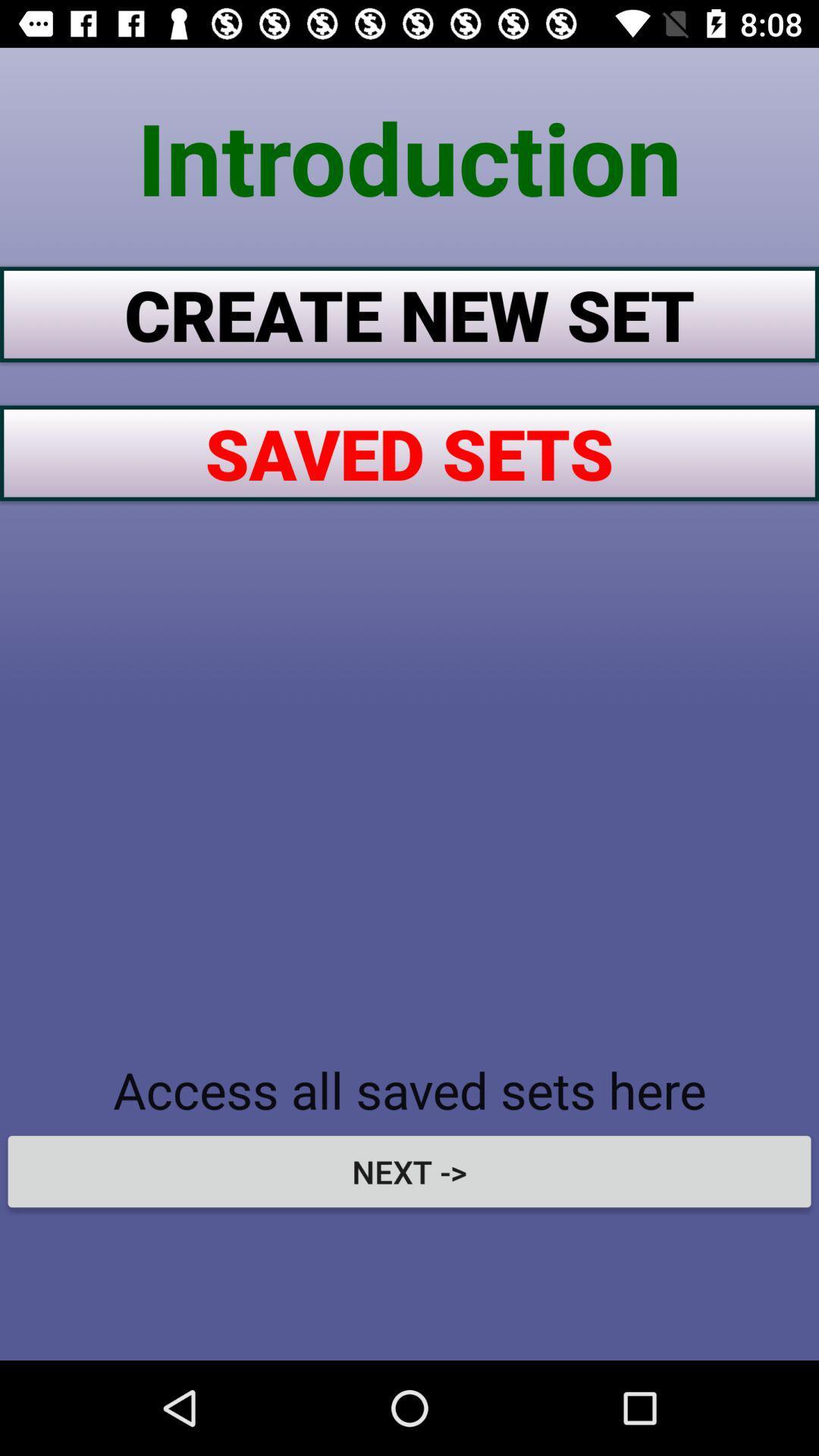 Image resolution: width=819 pixels, height=1456 pixels. Describe the element at coordinates (409, 313) in the screenshot. I see `the item below introduction icon` at that location.